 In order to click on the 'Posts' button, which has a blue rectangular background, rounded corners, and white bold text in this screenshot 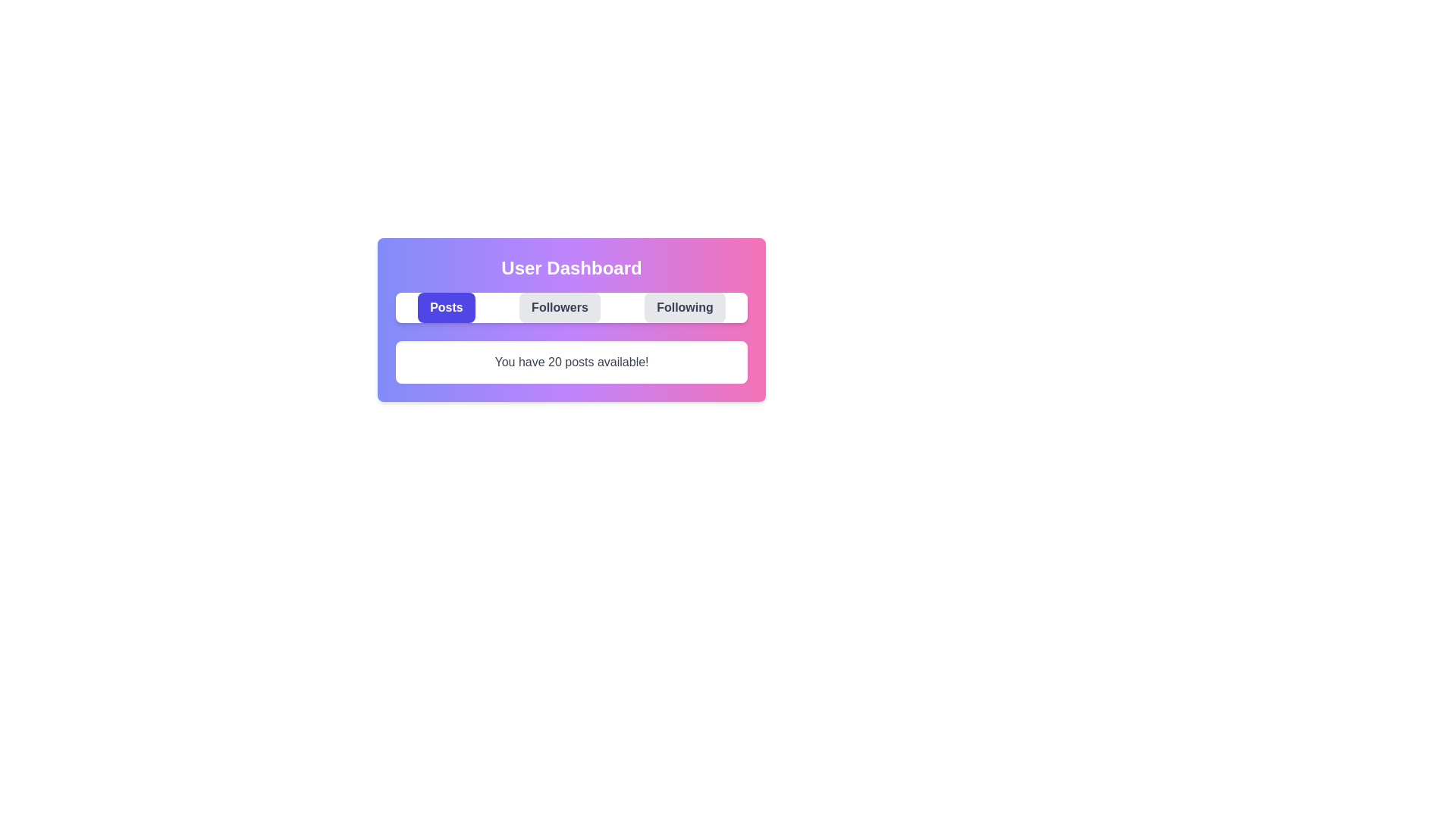, I will do `click(446, 307)`.